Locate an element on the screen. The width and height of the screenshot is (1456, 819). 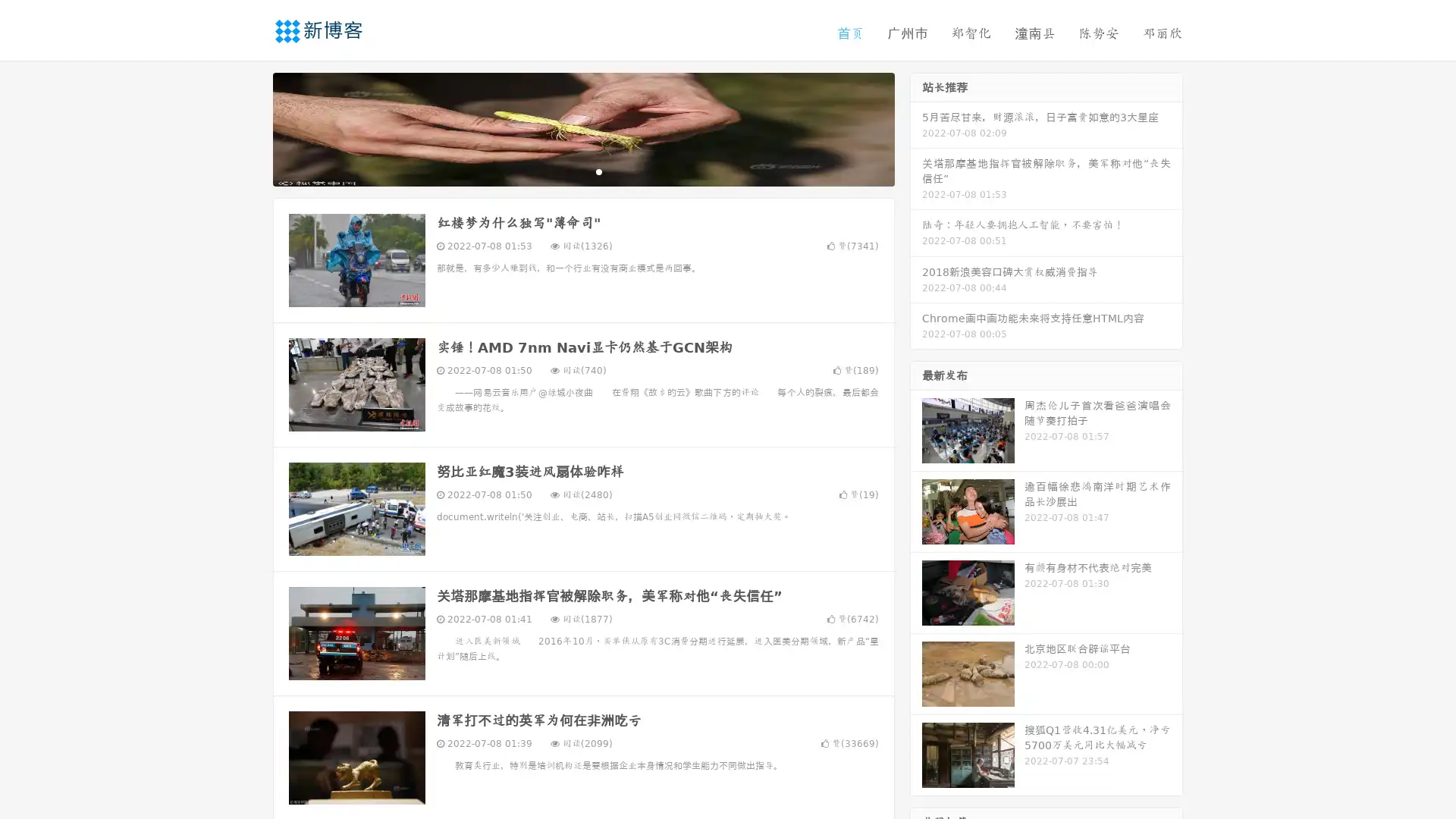
Go to slide 3 is located at coordinates (598, 171).